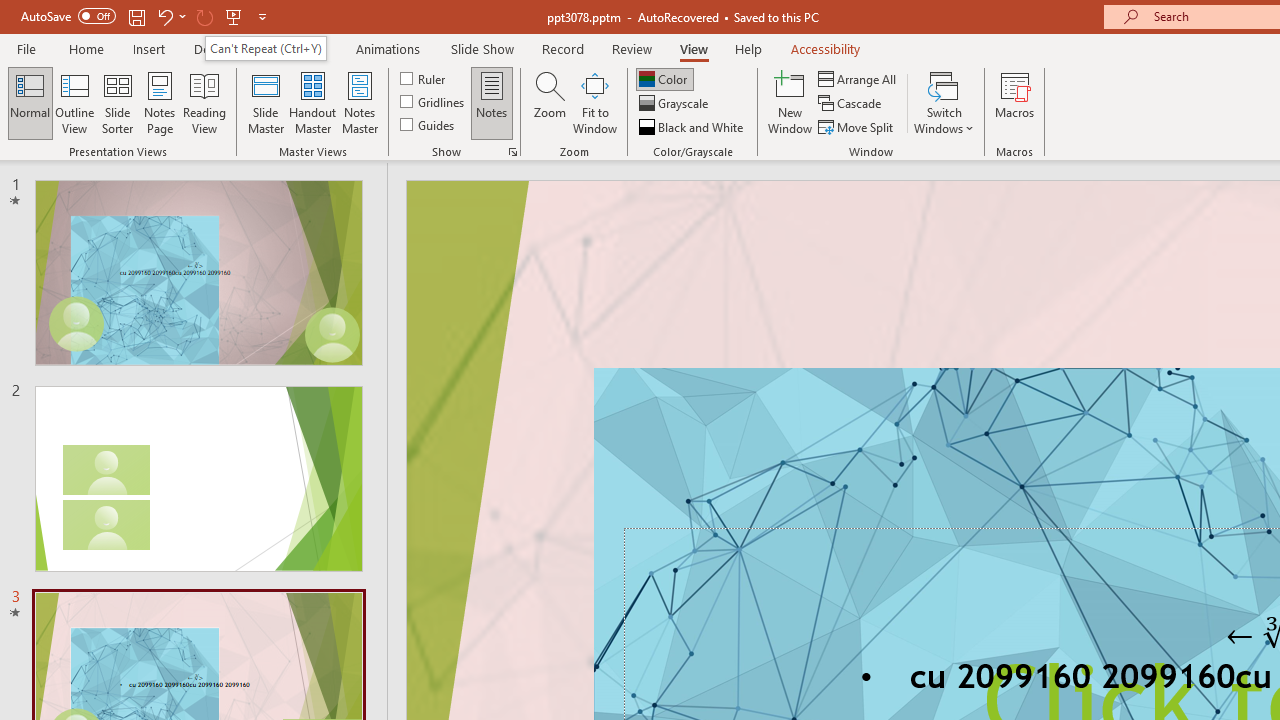 Image resolution: width=1280 pixels, height=720 pixels. Describe the element at coordinates (789, 103) in the screenshot. I see `'New Window'` at that location.